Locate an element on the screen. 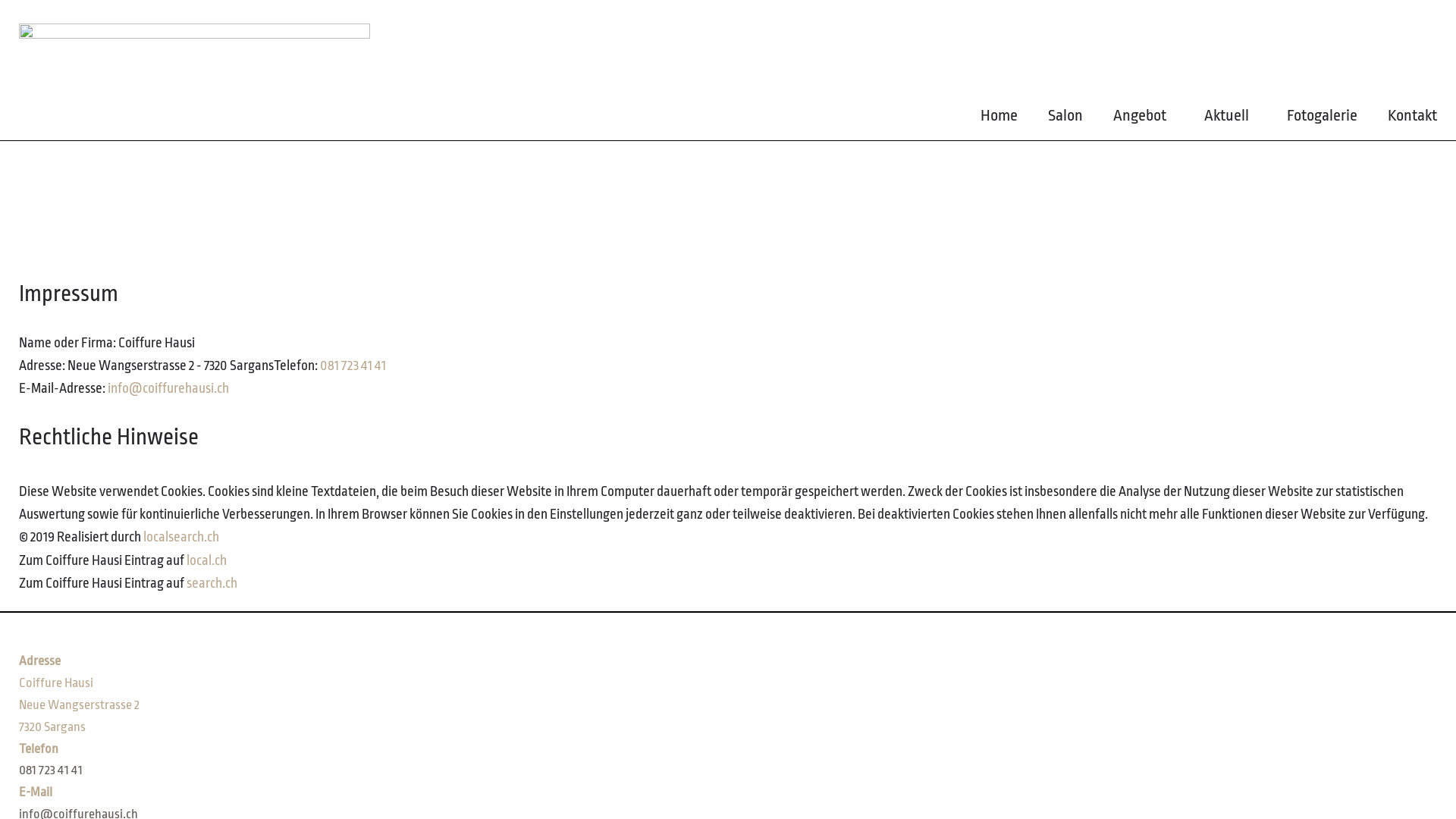 This screenshot has width=1456, height=819. '081 723 41 41' is located at coordinates (352, 366).